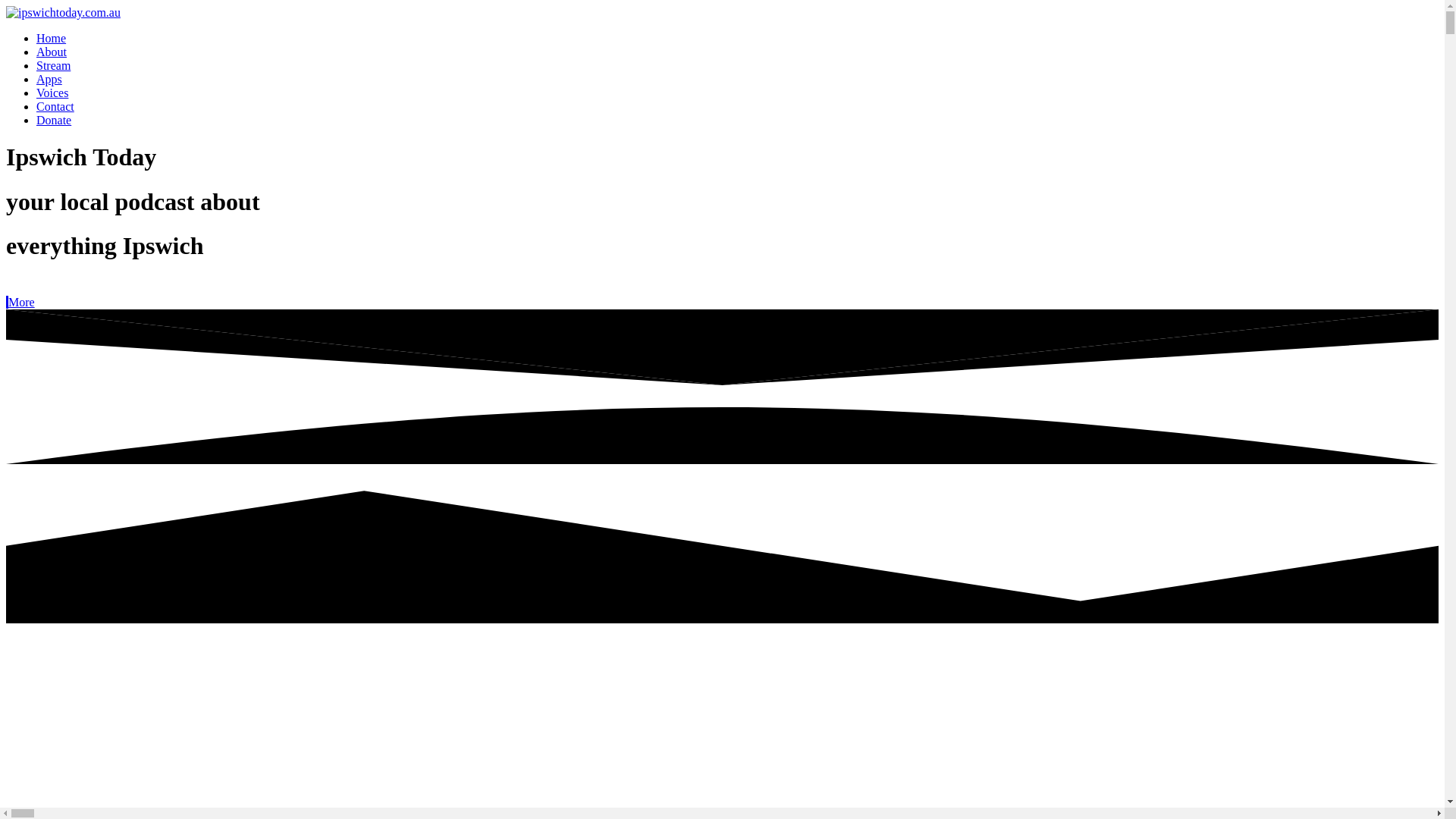  I want to click on 'Donate', so click(54, 119).